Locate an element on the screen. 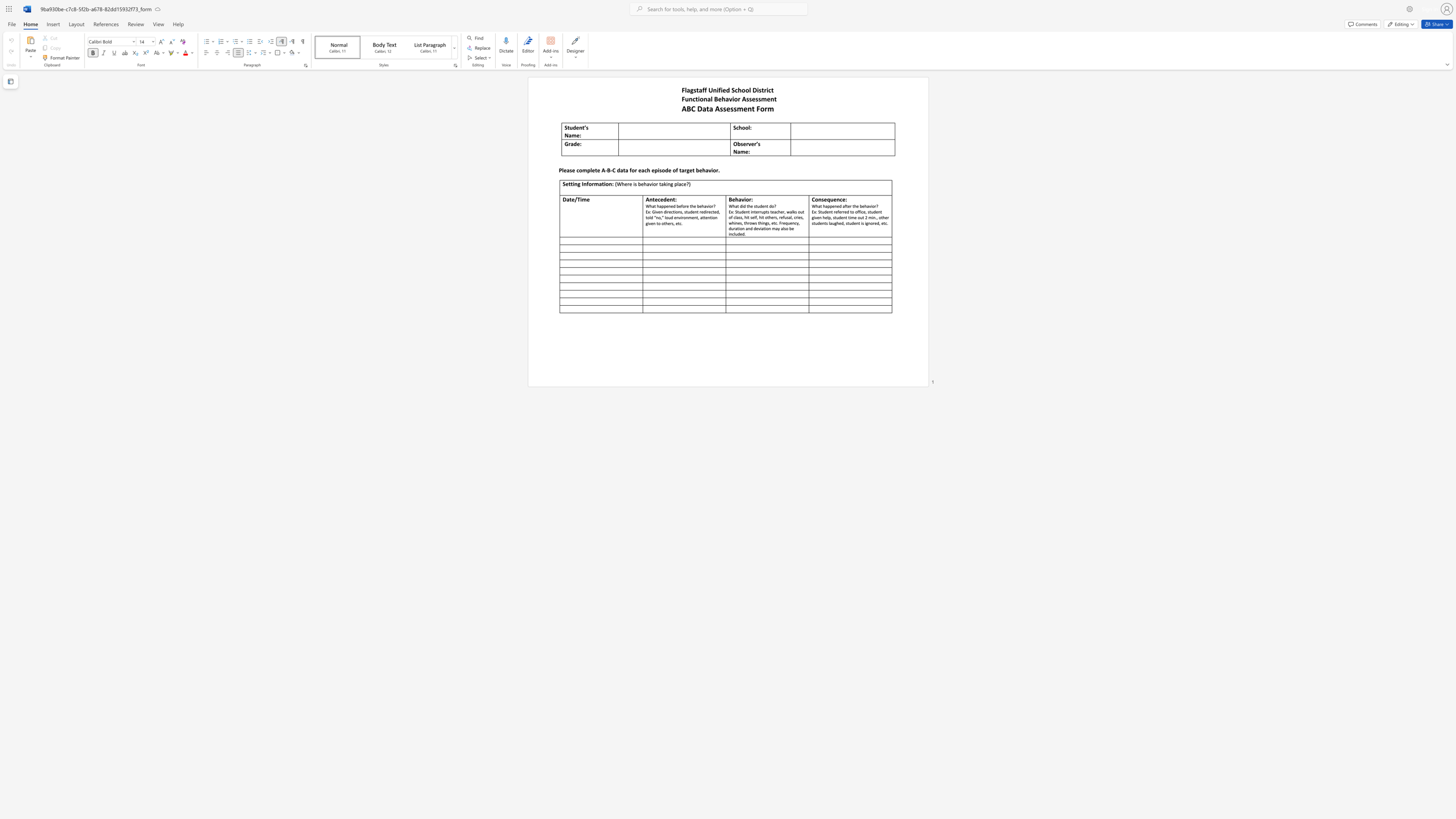  the subset text "ation" within the text "Setting Information:" is located at coordinates (599, 183).